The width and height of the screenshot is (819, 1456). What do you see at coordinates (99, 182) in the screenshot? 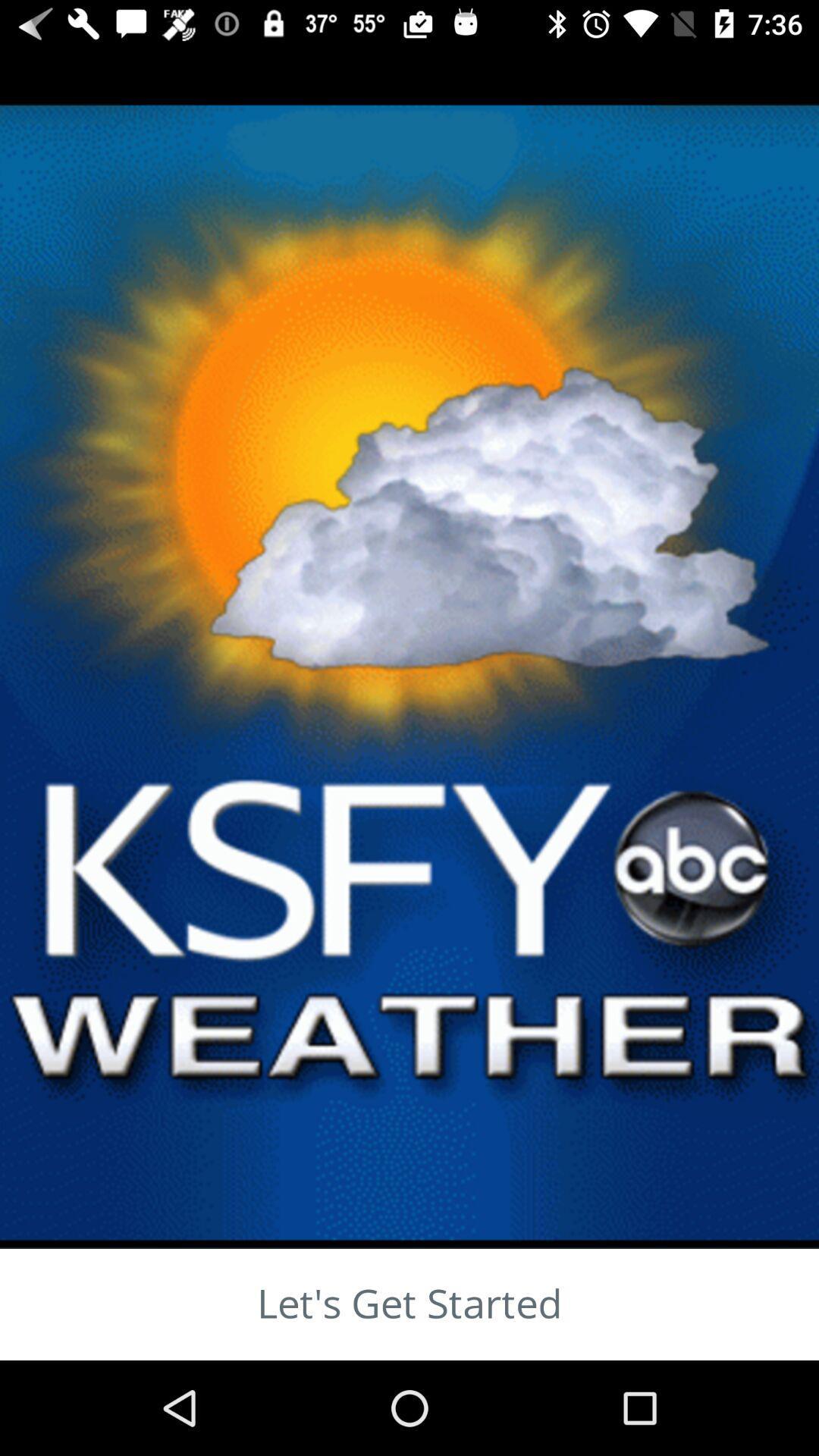
I see `the close icon` at bounding box center [99, 182].